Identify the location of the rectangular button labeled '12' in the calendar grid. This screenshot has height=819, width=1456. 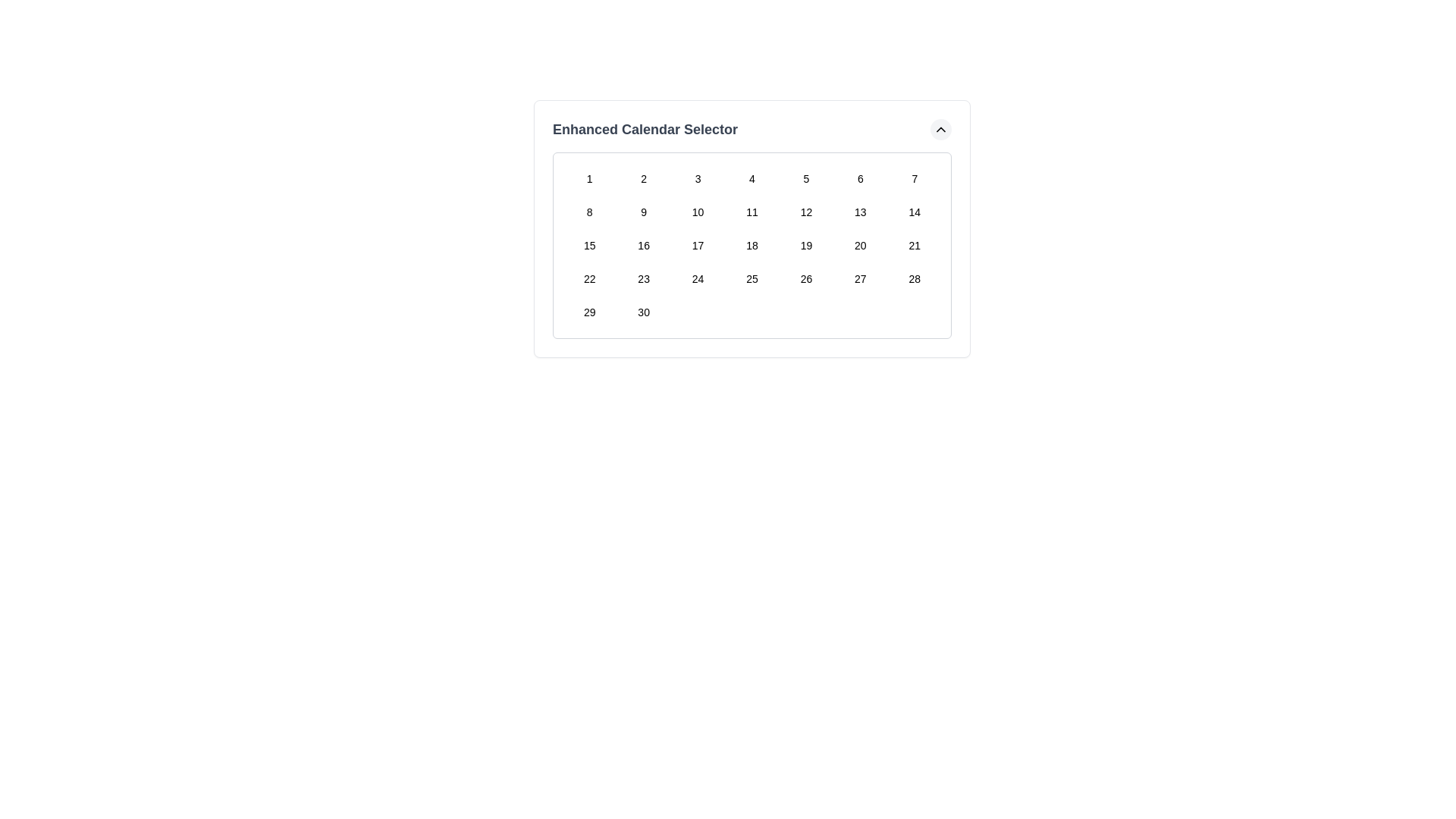
(805, 212).